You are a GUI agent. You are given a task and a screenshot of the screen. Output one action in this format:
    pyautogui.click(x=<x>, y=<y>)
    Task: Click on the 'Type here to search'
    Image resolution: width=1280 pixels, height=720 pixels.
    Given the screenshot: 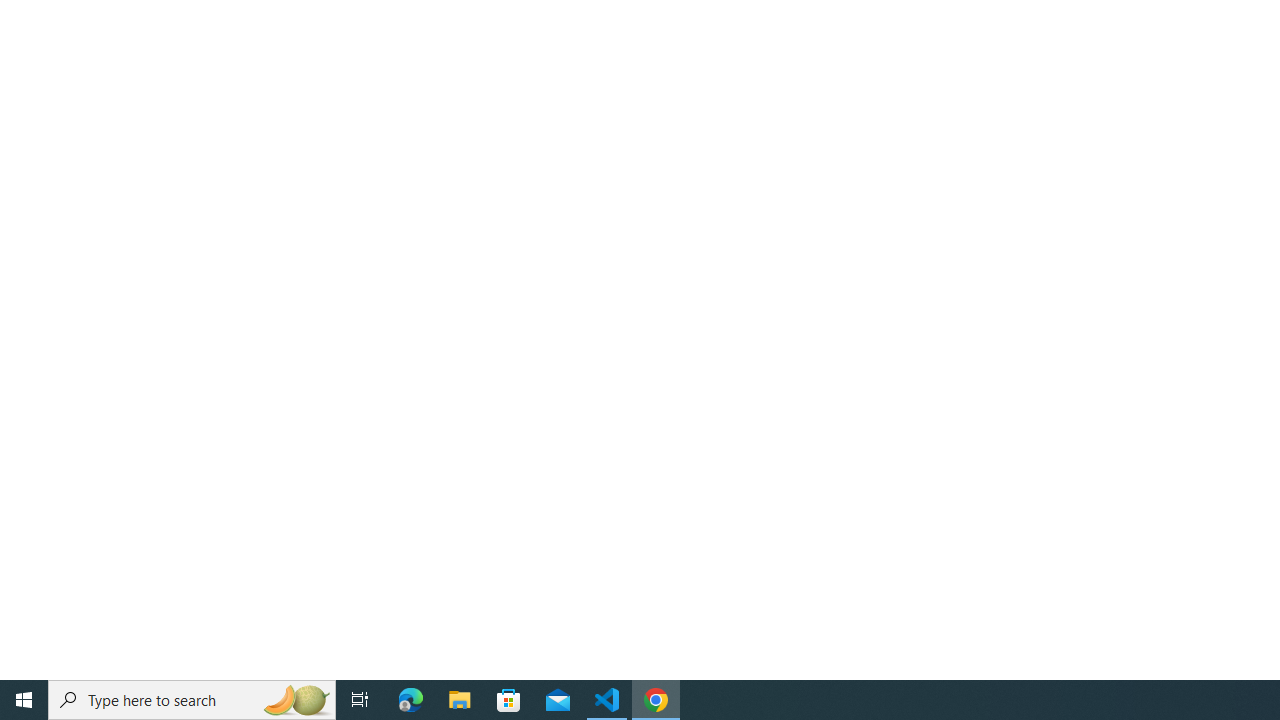 What is the action you would take?
    pyautogui.click(x=192, y=698)
    